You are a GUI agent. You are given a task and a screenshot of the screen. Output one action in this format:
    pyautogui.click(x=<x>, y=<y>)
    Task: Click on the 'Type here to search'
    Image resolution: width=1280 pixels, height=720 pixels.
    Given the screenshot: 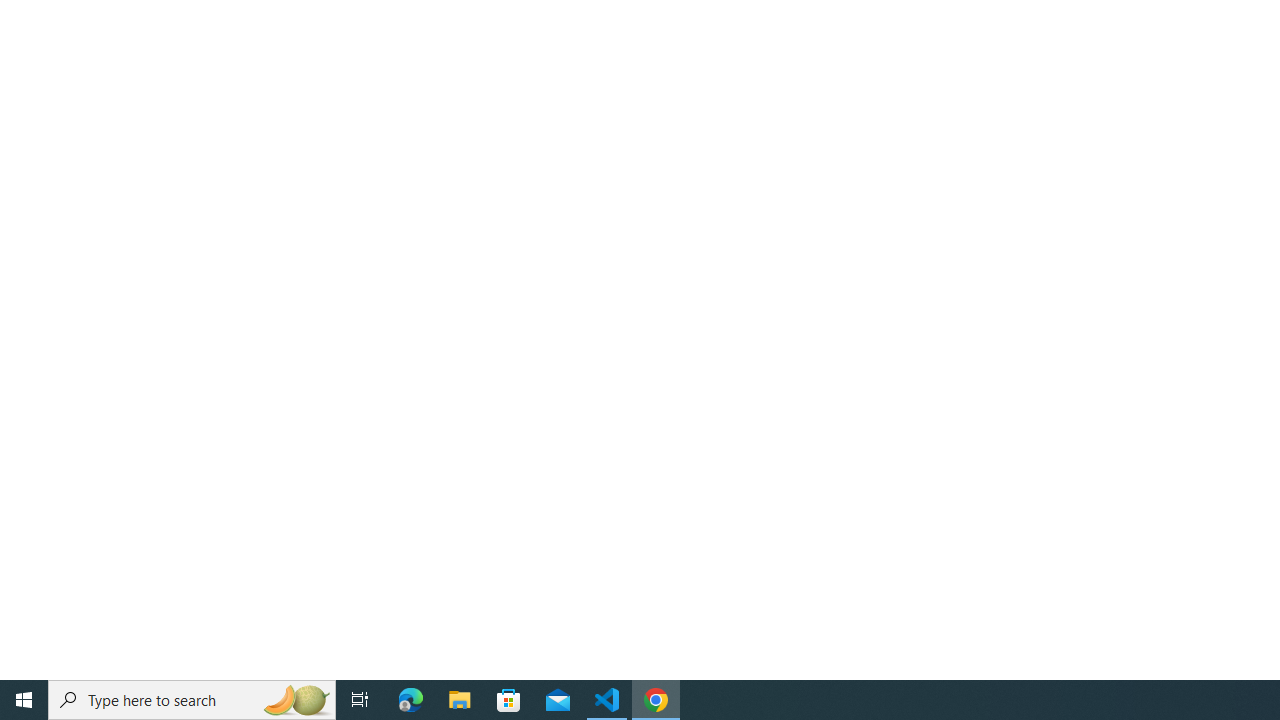 What is the action you would take?
    pyautogui.click(x=192, y=698)
    